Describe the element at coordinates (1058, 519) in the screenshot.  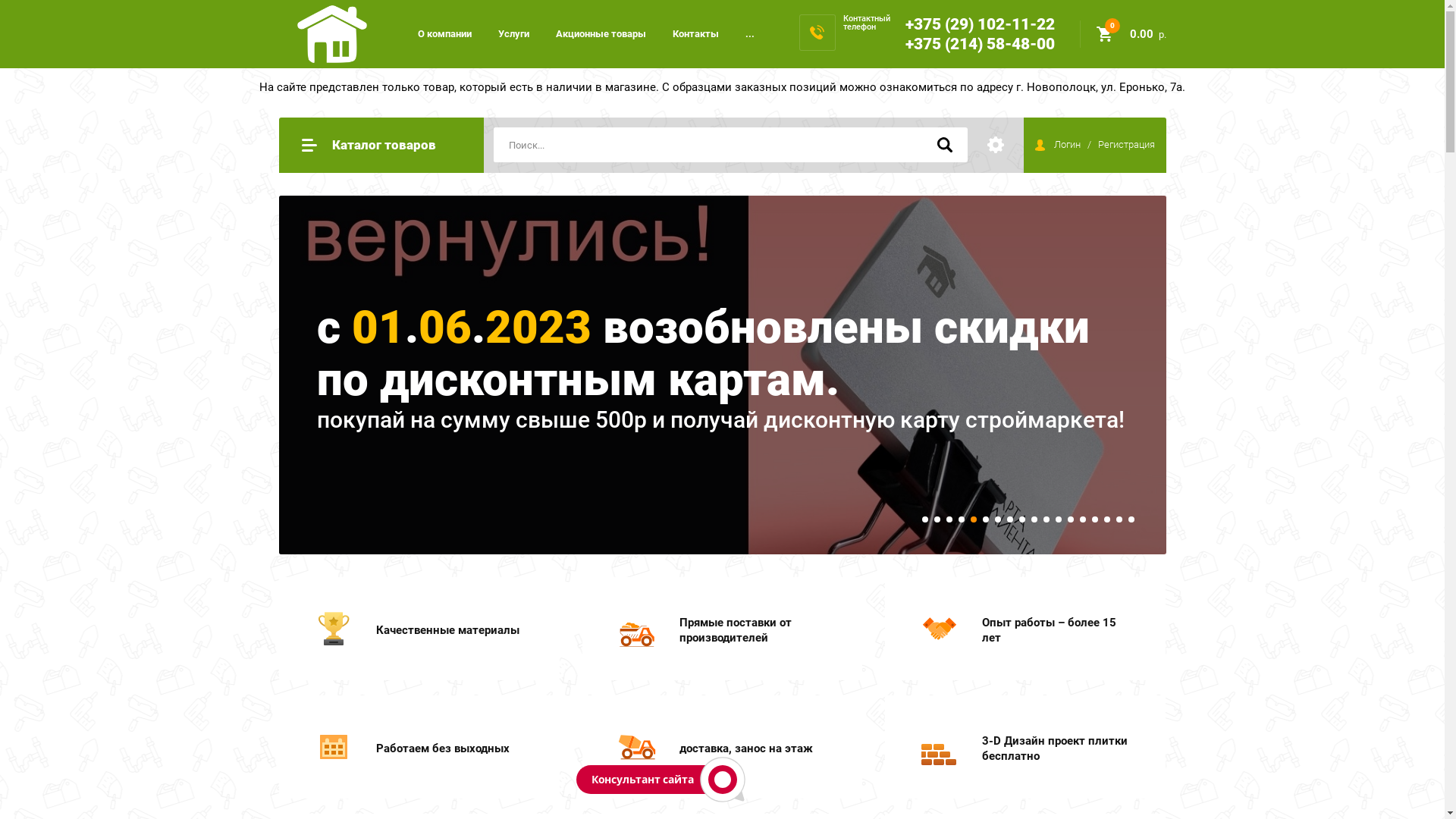
I see `'12'` at that location.